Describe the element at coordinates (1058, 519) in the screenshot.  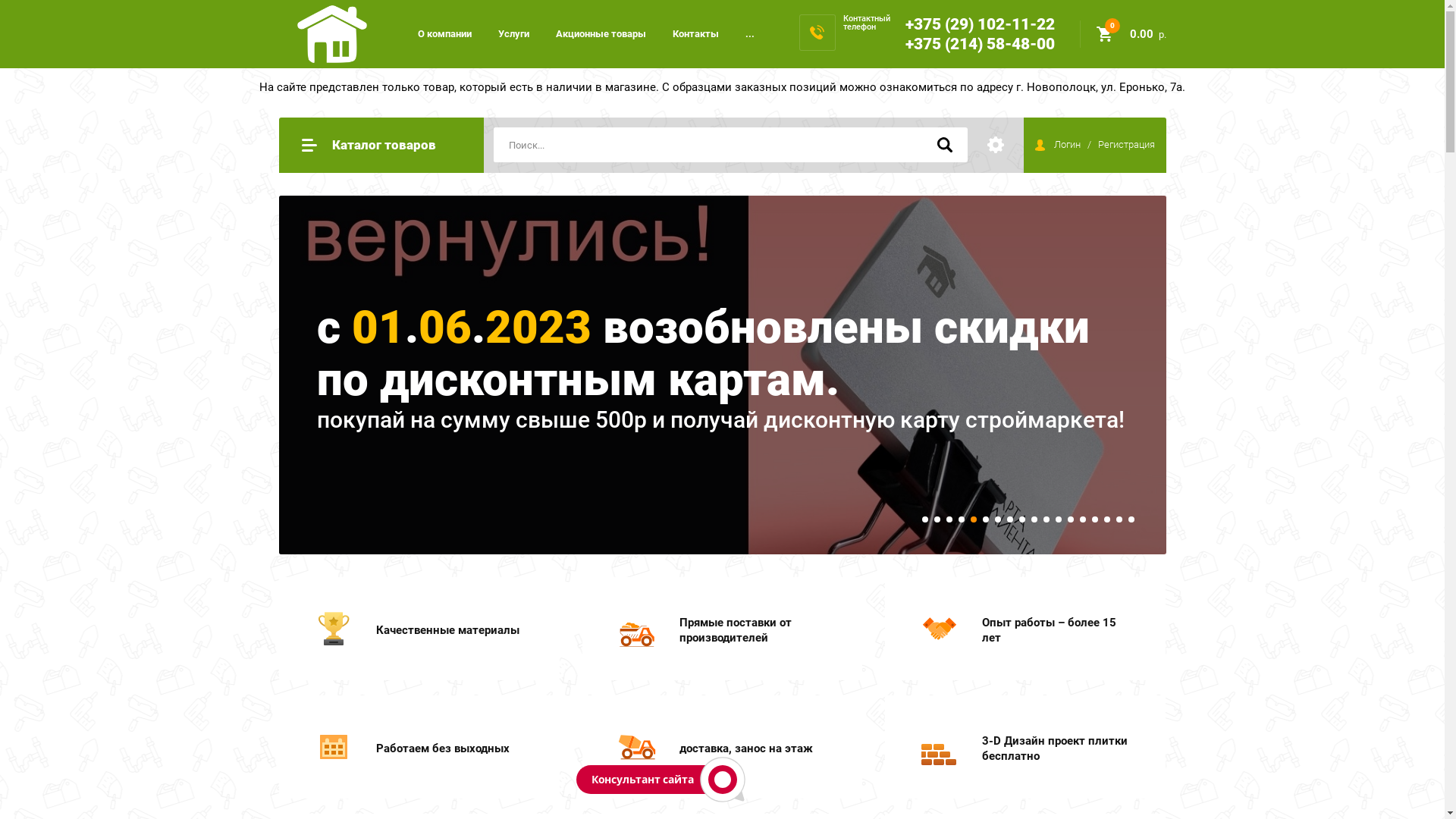
I see `'12'` at that location.